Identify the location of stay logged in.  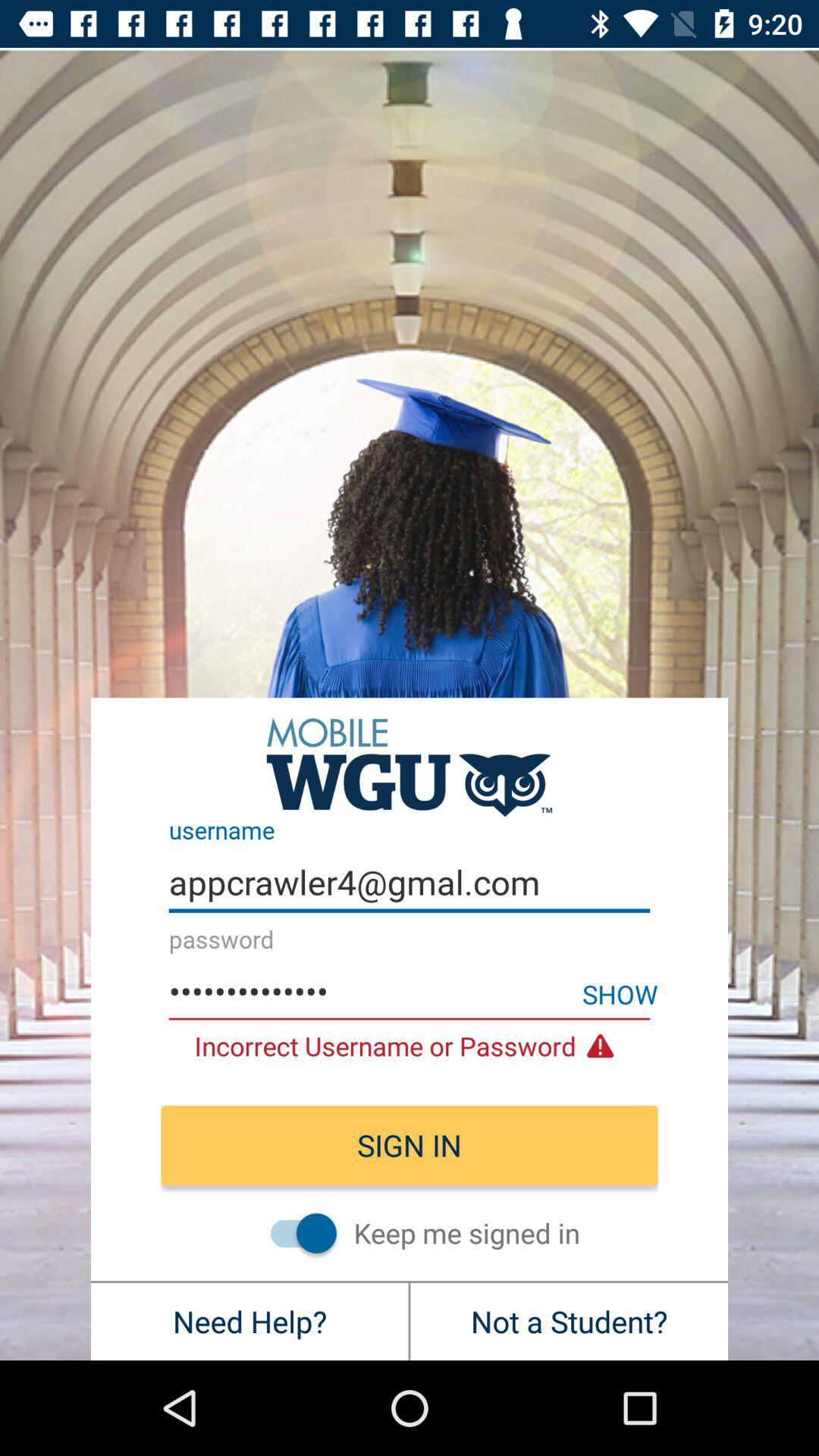
(296, 1233).